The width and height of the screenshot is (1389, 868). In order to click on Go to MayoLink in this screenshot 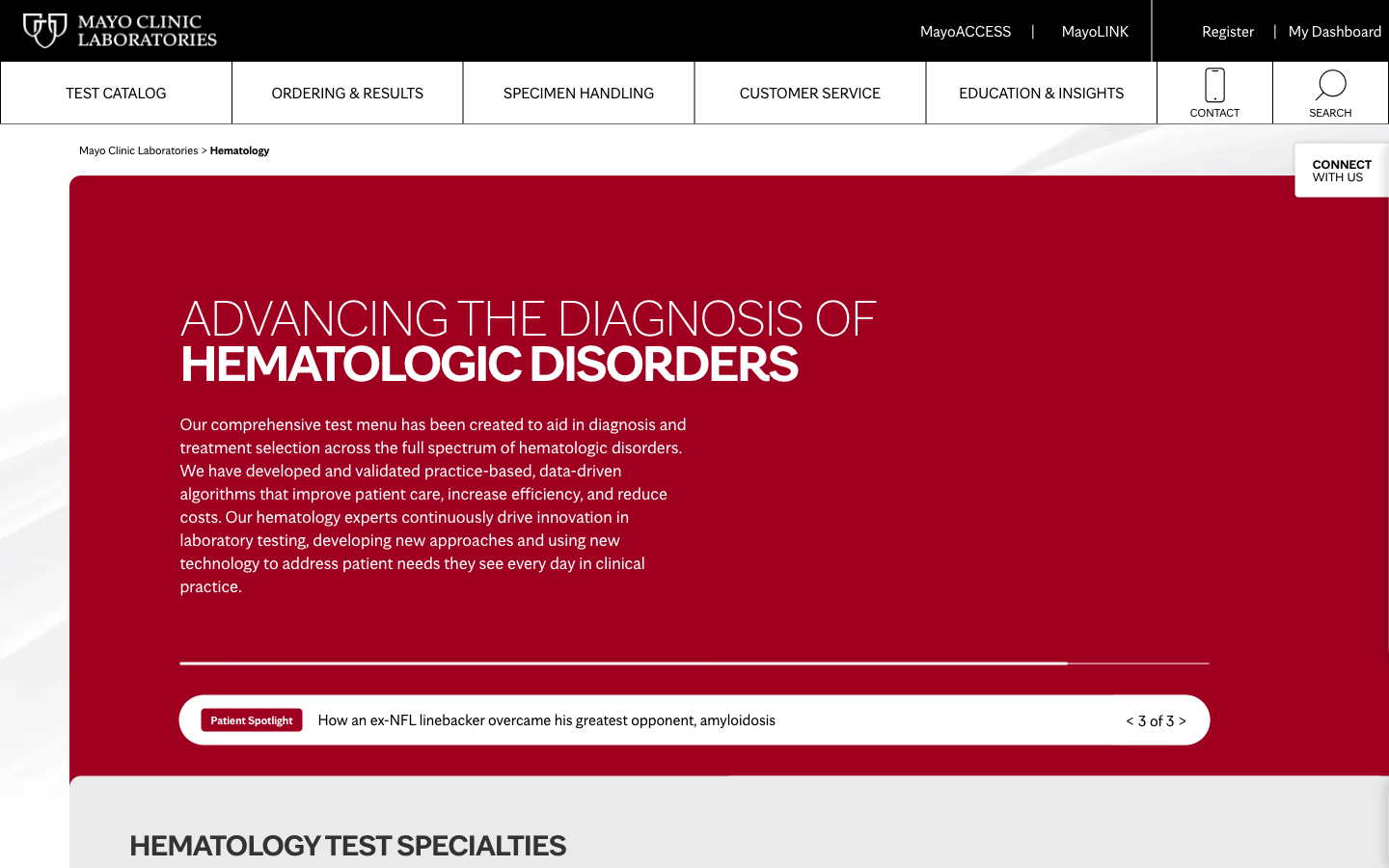, I will do `click(1094, 30)`.